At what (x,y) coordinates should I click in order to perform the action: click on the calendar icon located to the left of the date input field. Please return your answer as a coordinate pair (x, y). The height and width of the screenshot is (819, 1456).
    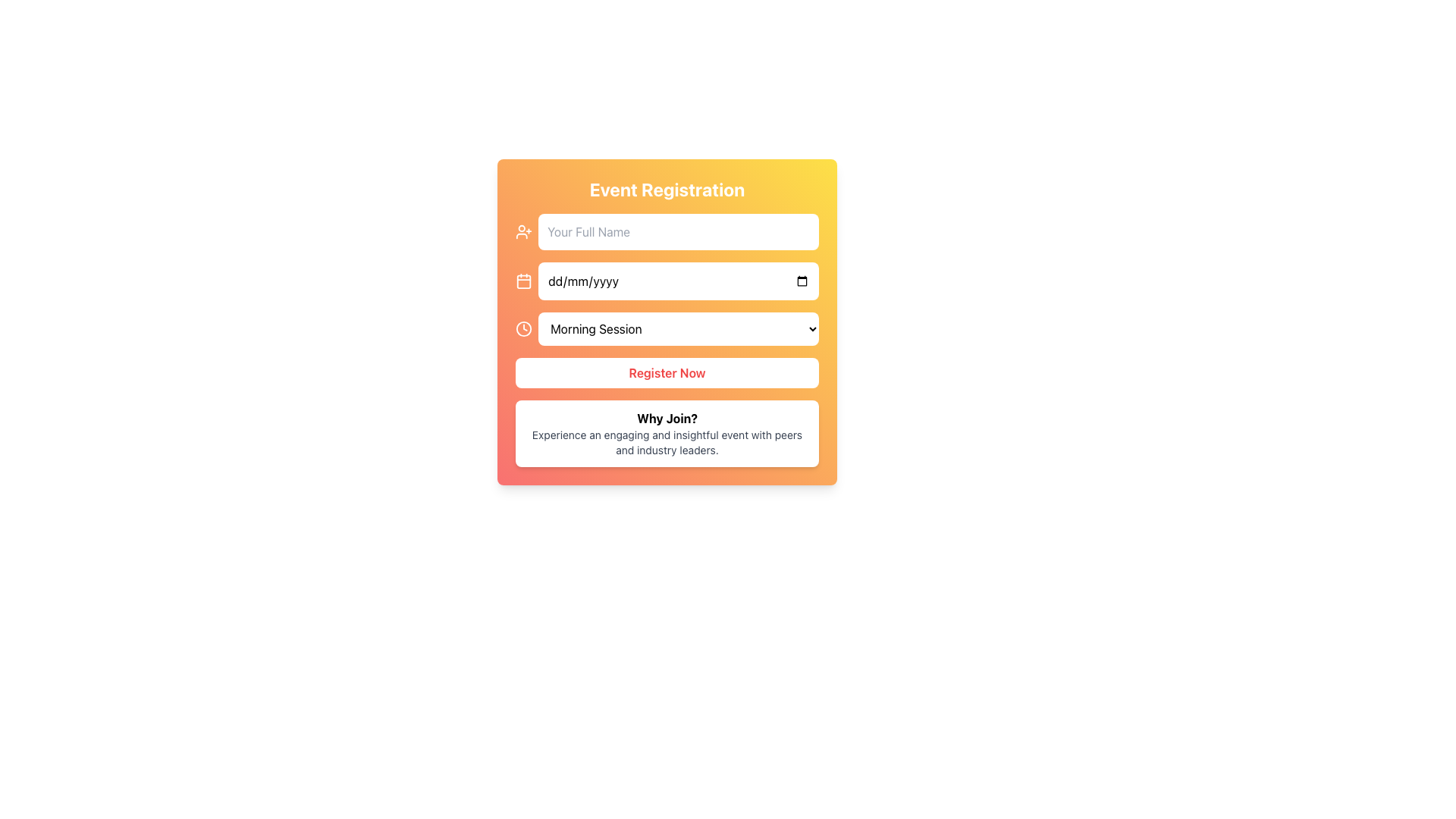
    Looking at the image, I should click on (524, 281).